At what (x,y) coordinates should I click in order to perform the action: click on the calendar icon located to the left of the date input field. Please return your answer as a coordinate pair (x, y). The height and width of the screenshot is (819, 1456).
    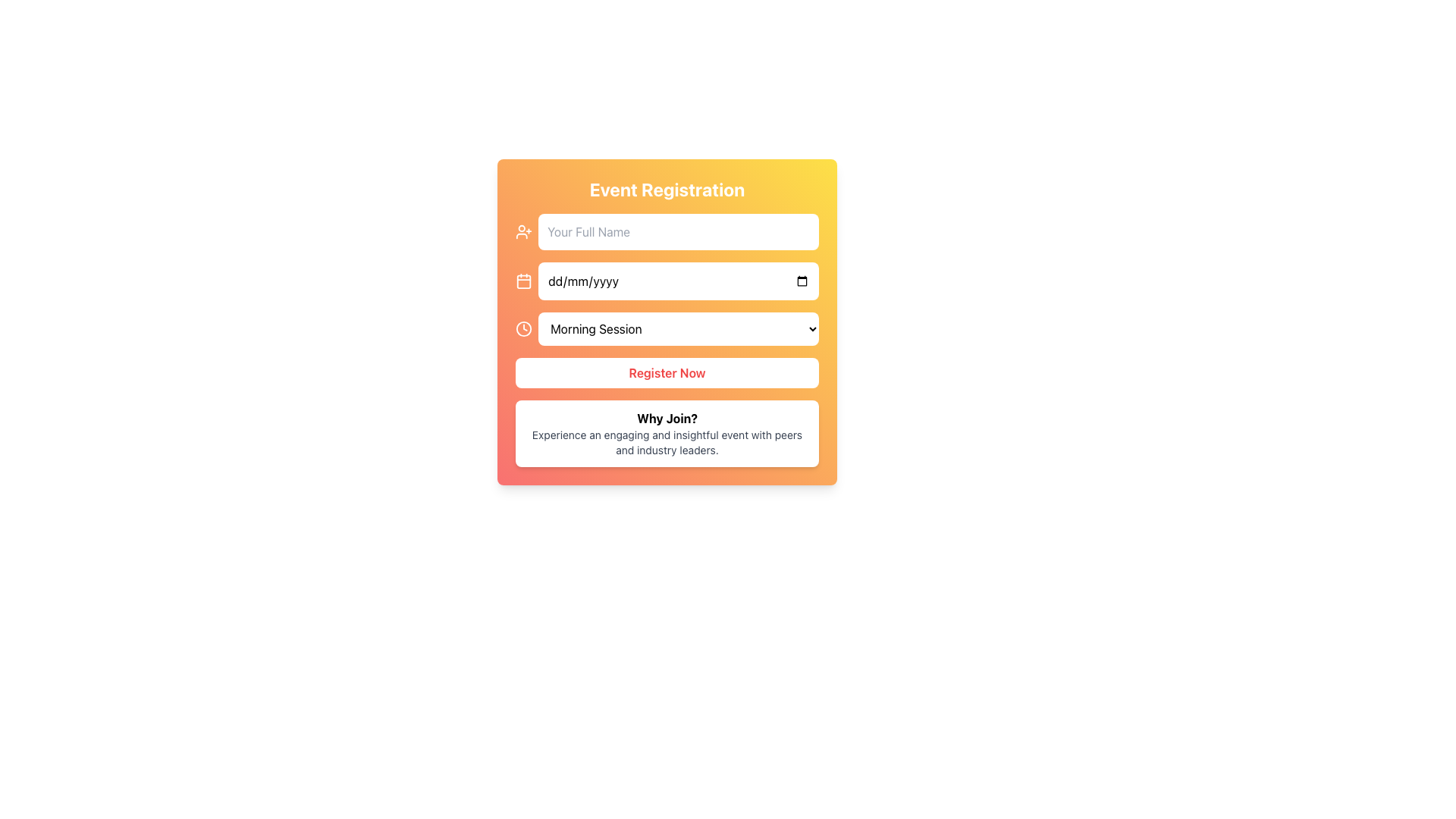
    Looking at the image, I should click on (524, 281).